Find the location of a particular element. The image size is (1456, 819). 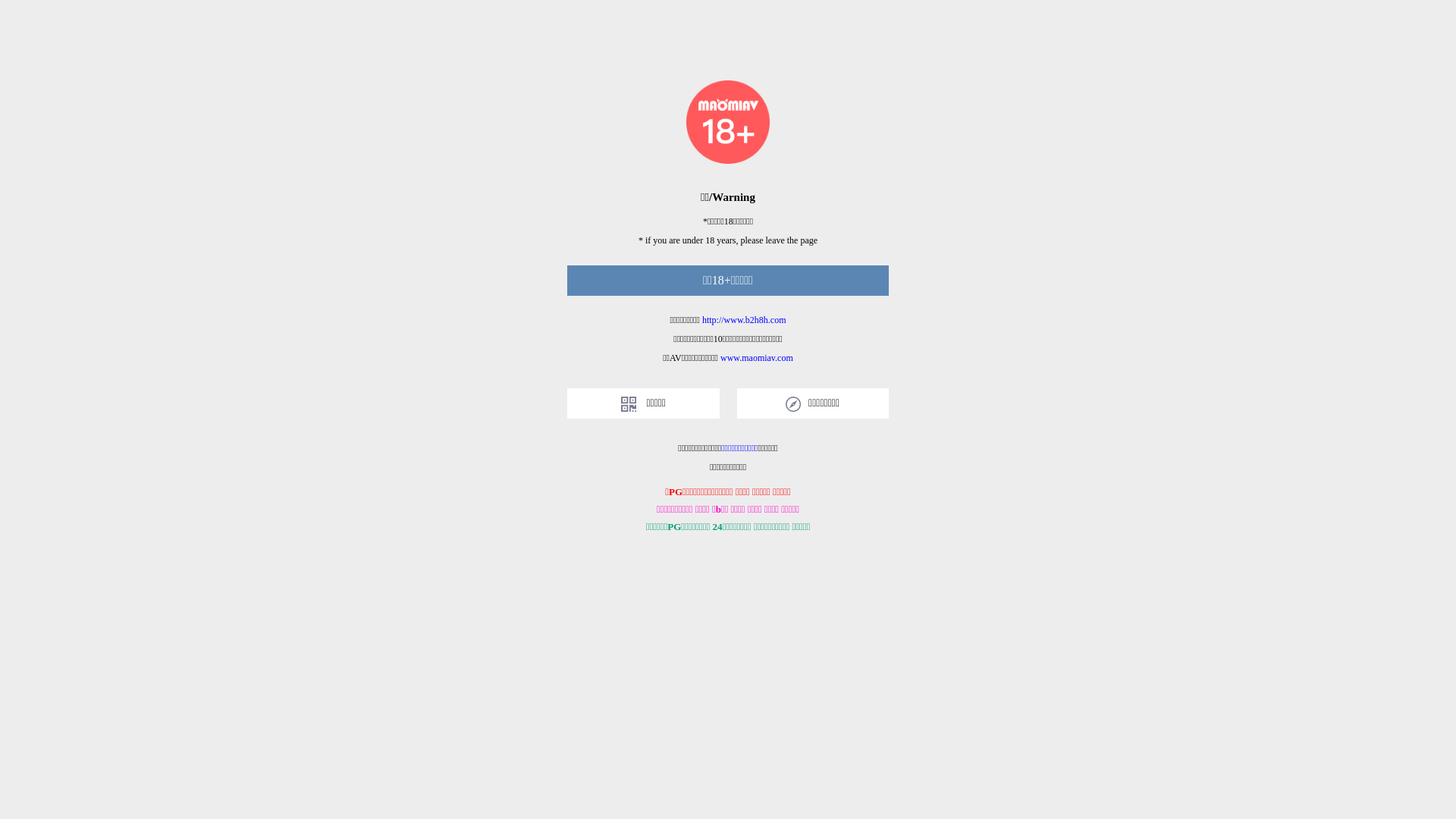

'www.maomiav.com' is located at coordinates (757, 357).